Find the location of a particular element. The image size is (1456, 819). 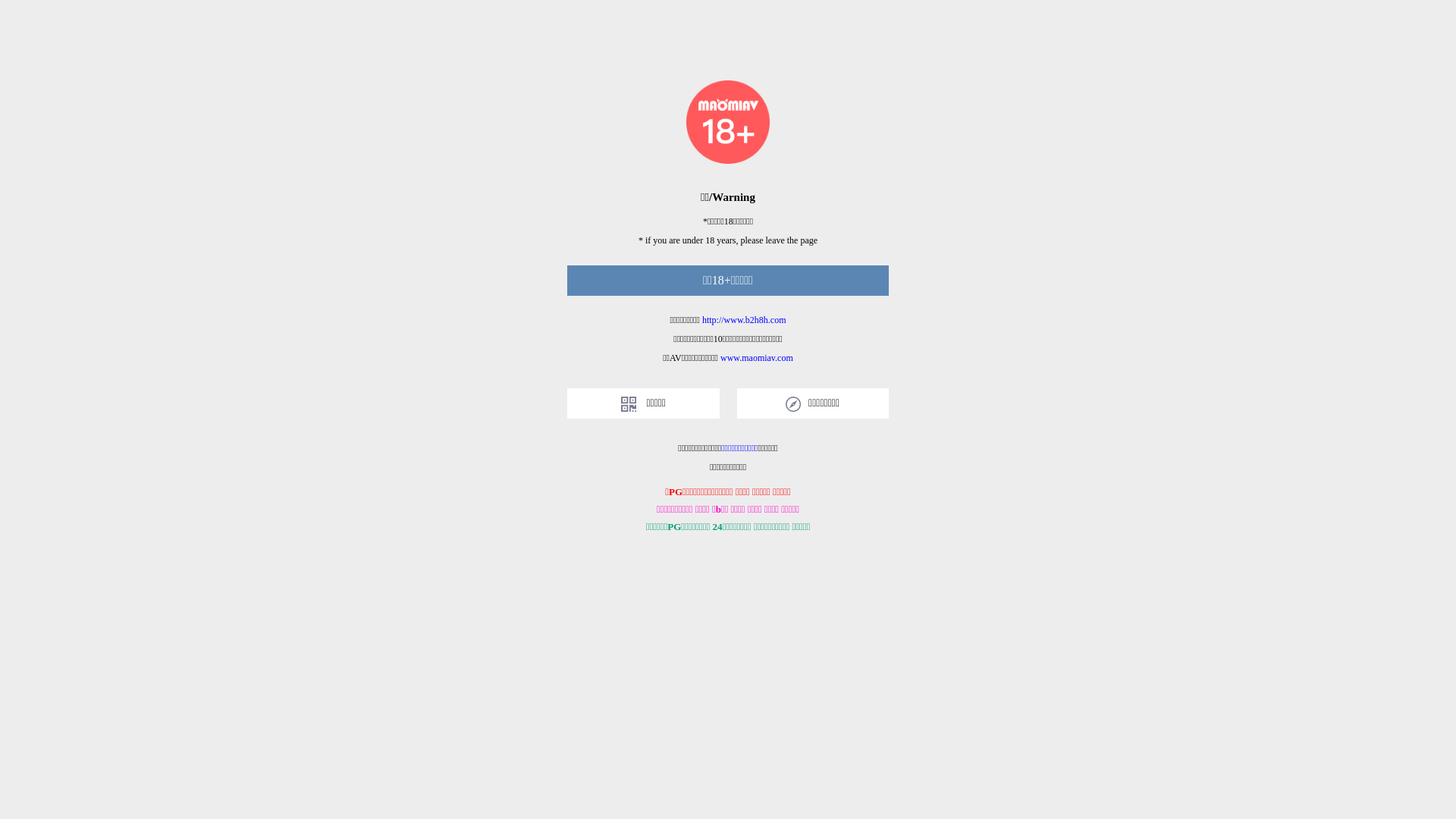

'www.maomiav.com' is located at coordinates (757, 357).